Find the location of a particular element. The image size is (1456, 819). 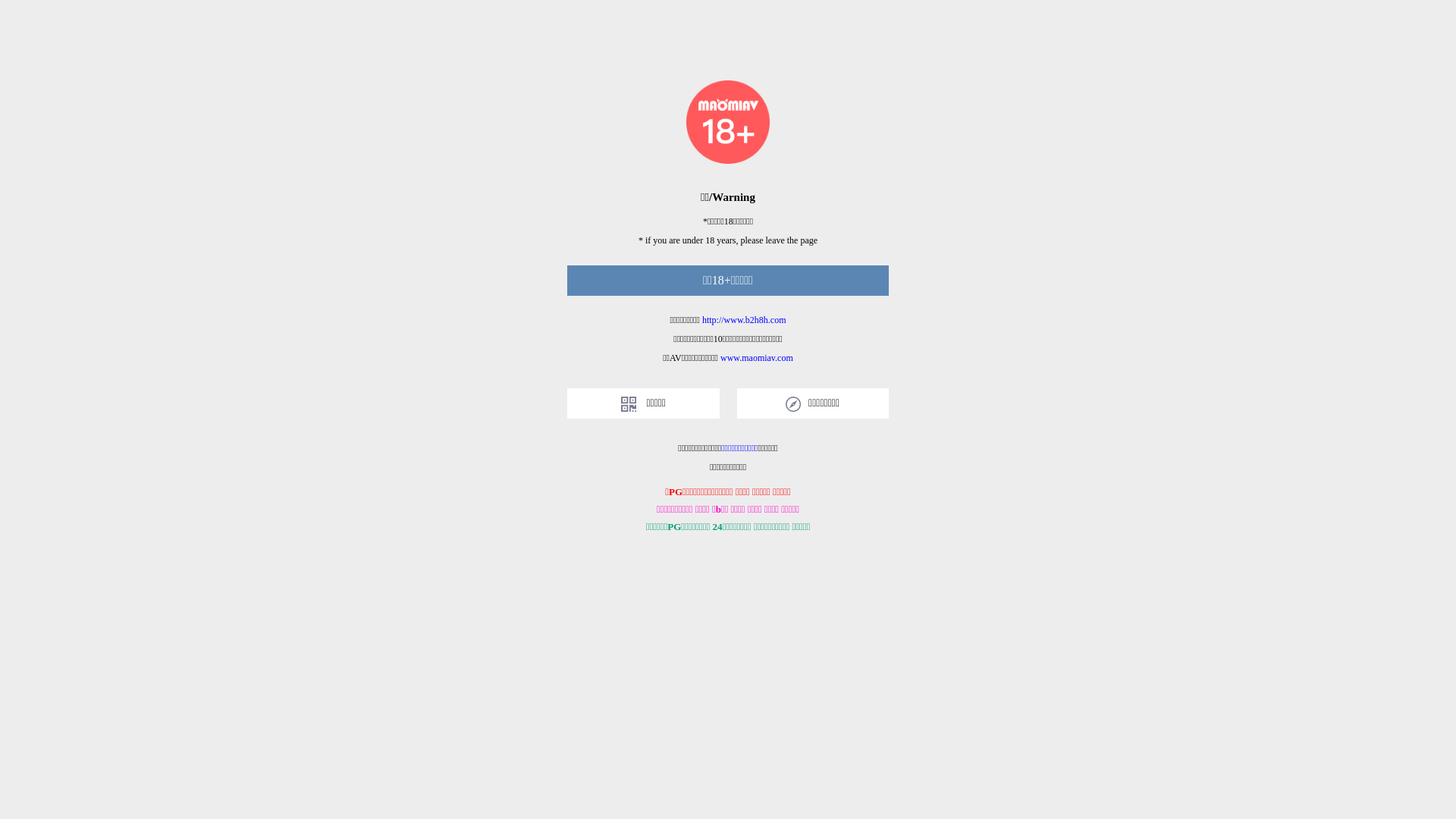

'www.maomiav.com' is located at coordinates (757, 357).